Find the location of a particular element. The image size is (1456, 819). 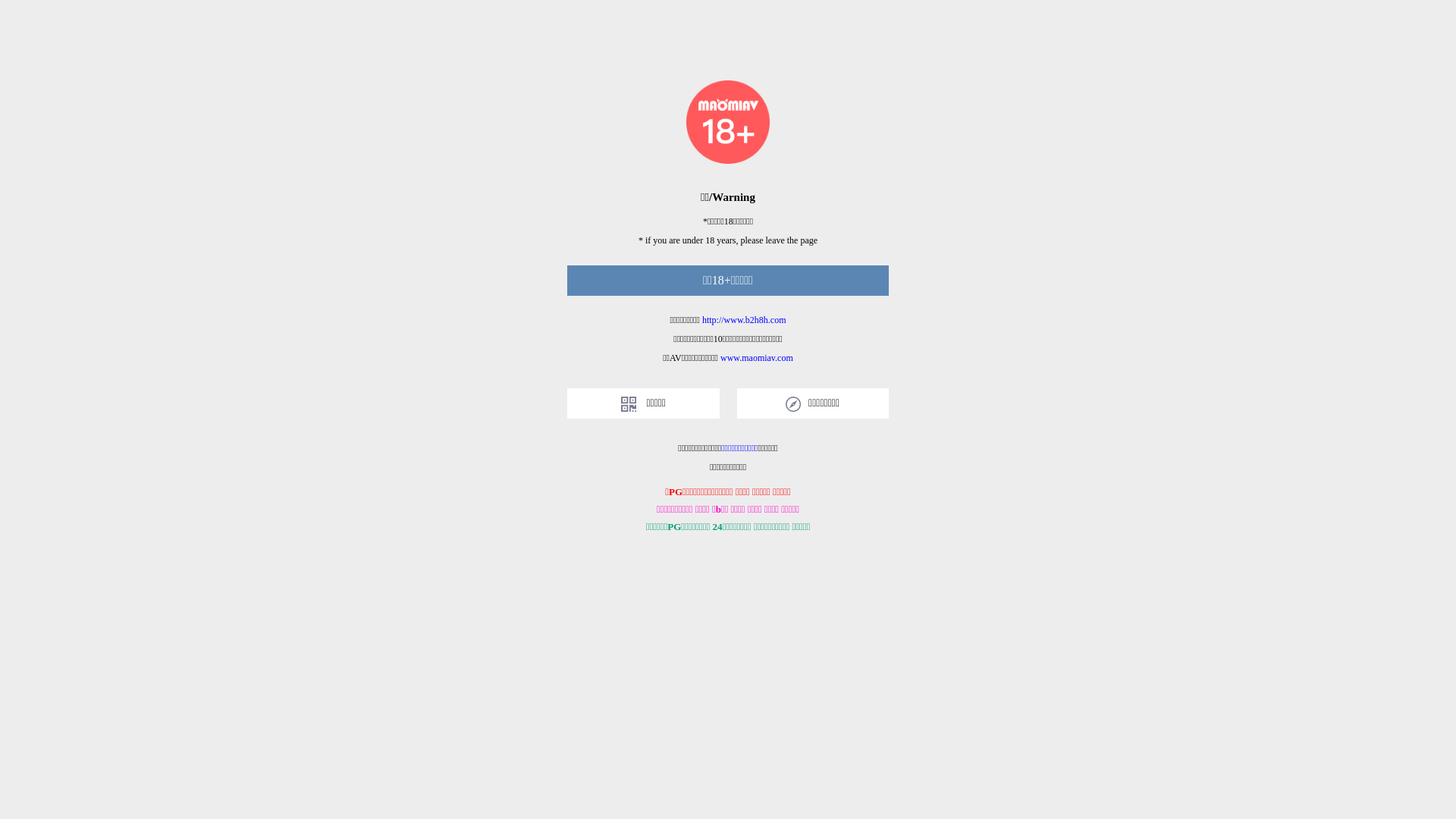

'www.maomiav.com' is located at coordinates (757, 357).